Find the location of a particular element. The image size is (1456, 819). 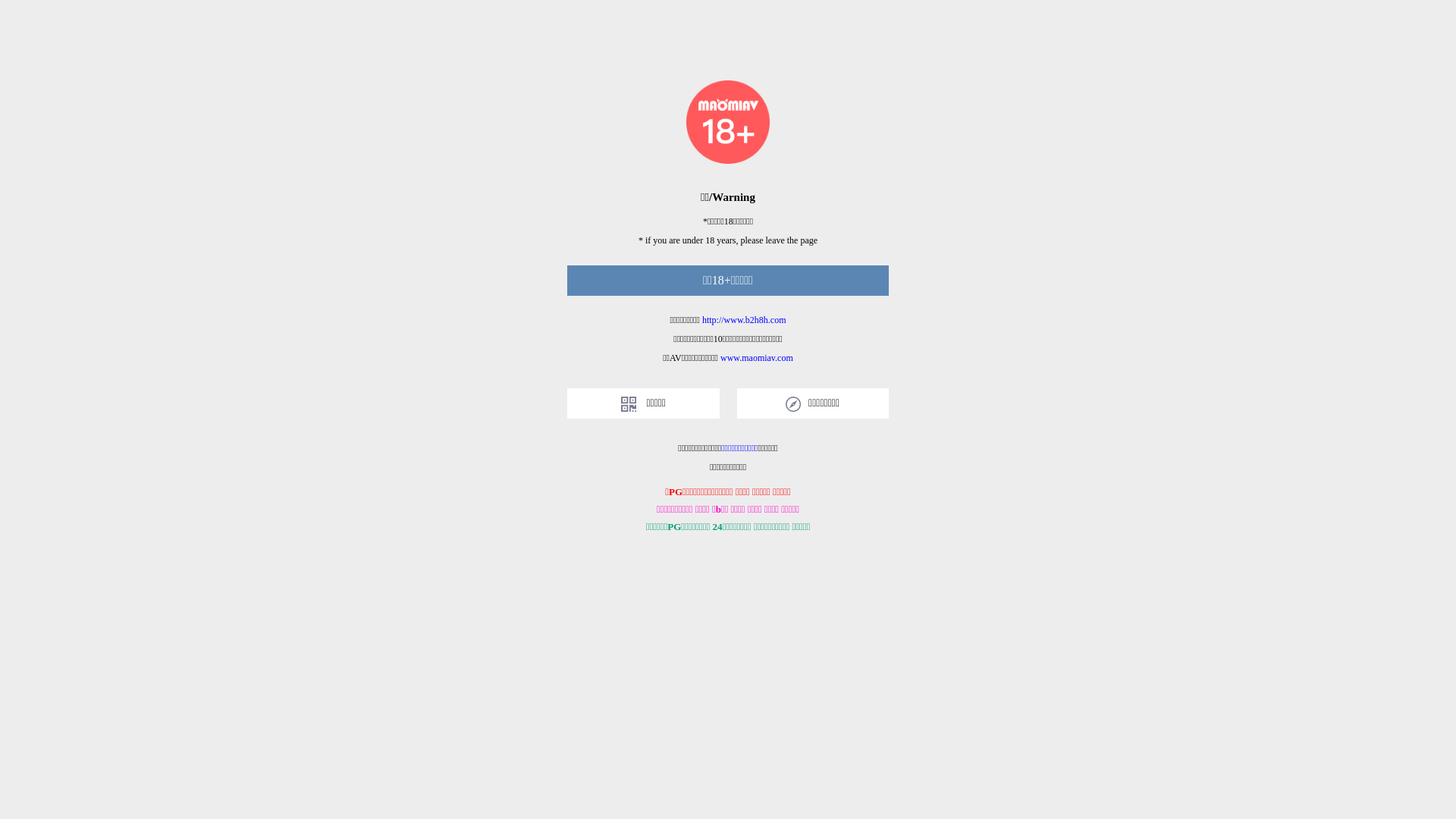

'www.maomiav.com' is located at coordinates (757, 357).